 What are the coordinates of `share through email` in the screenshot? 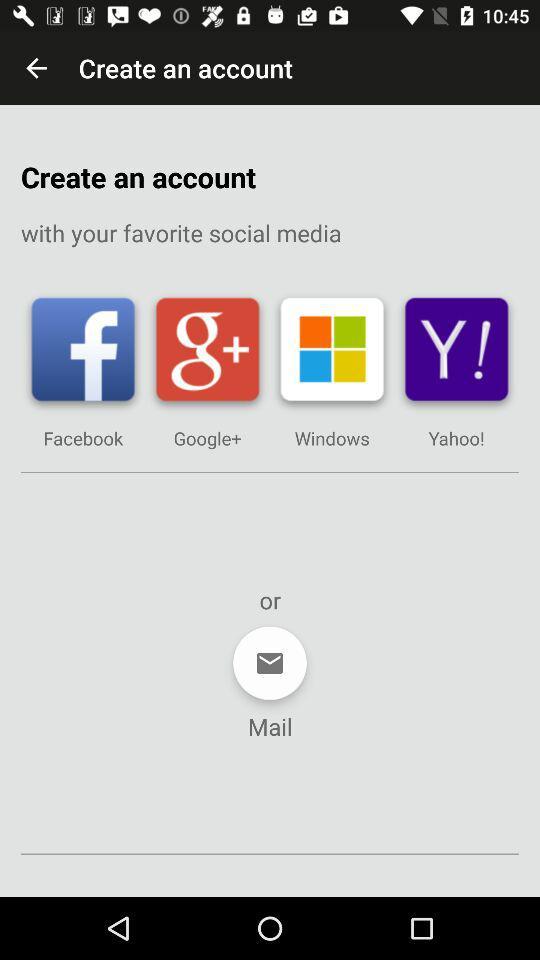 It's located at (270, 663).